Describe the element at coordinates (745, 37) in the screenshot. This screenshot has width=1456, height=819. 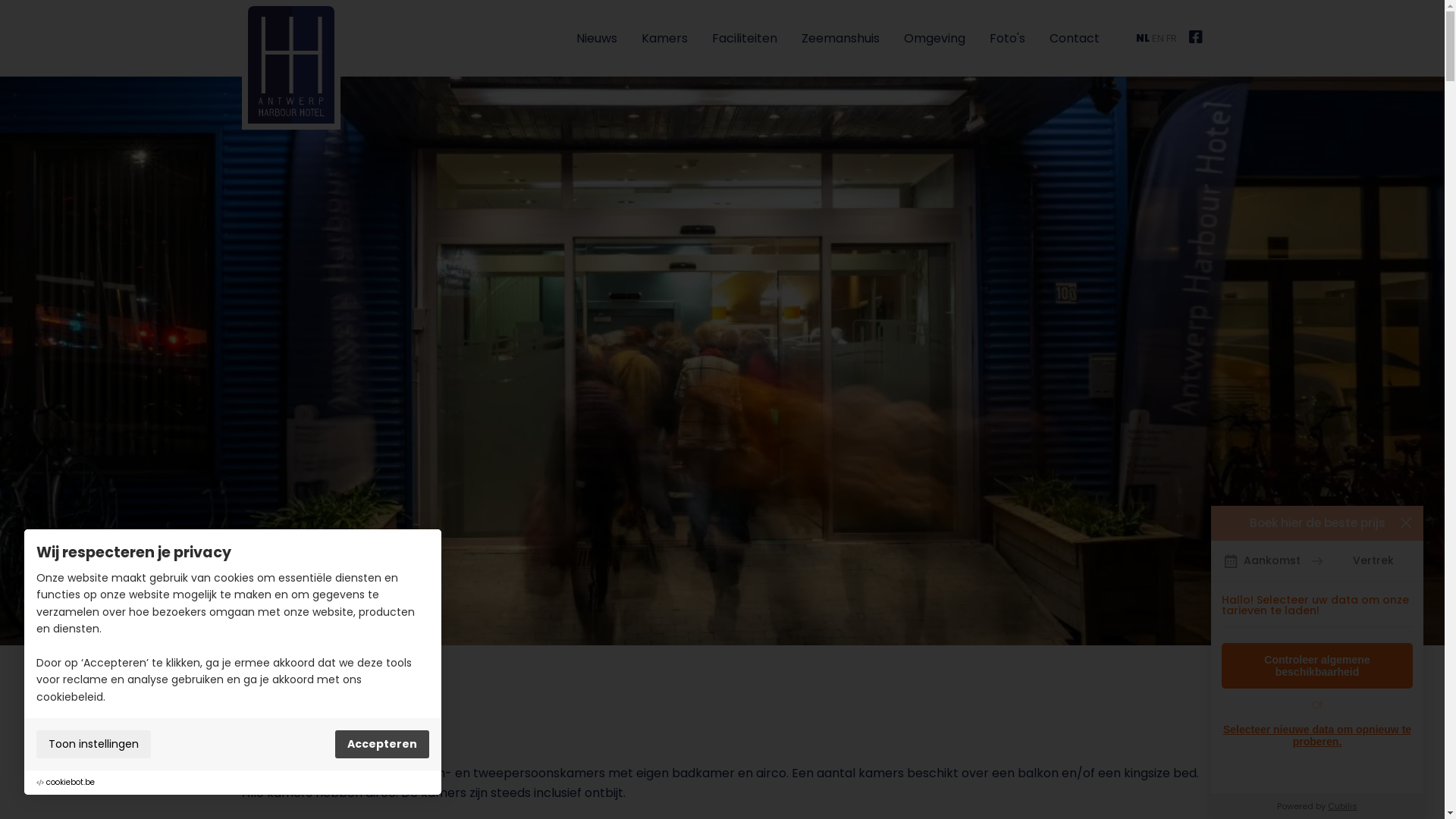
I see `'Faciliteiten'` at that location.